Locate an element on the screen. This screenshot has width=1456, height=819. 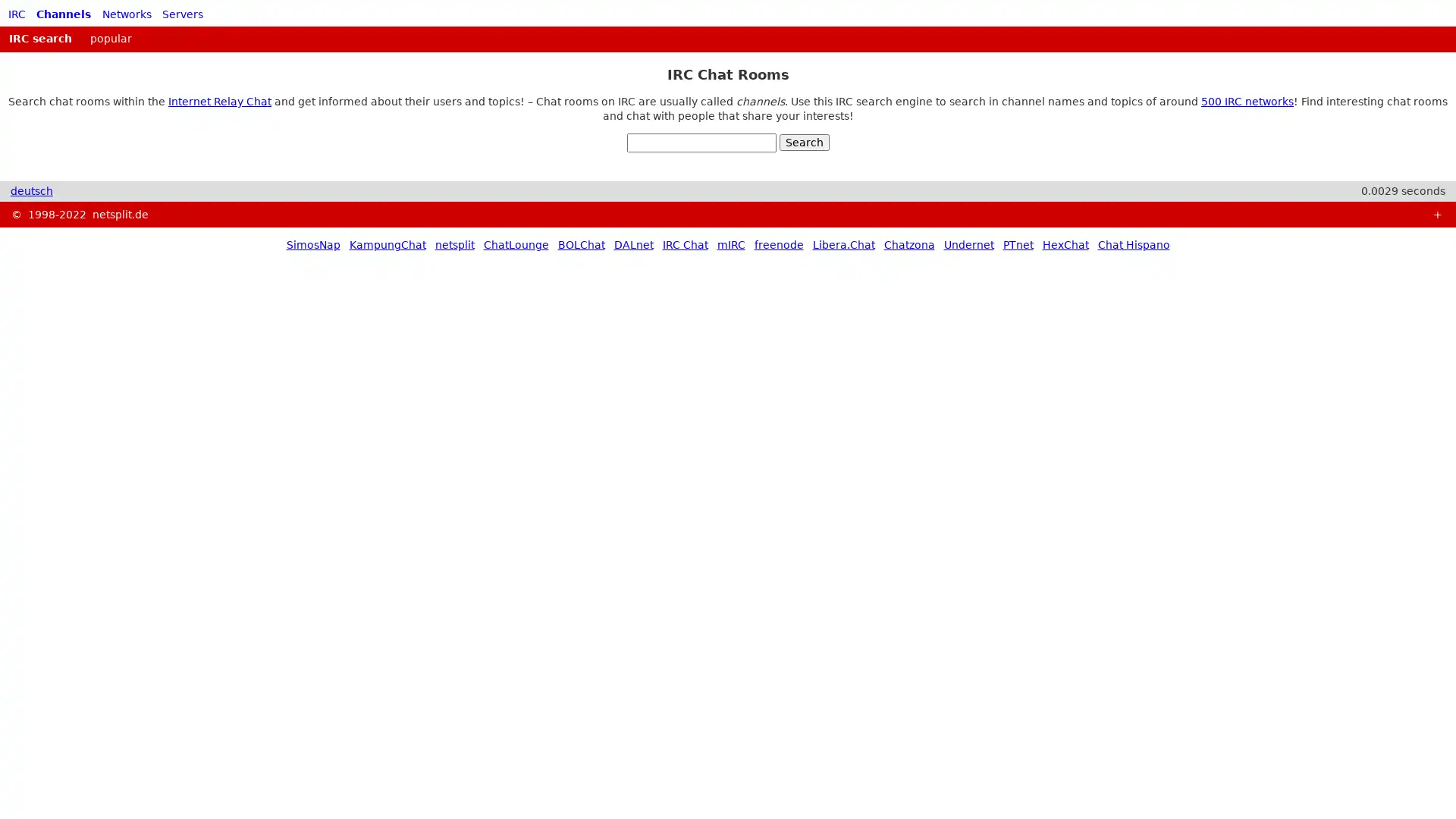
Search is located at coordinates (803, 143).